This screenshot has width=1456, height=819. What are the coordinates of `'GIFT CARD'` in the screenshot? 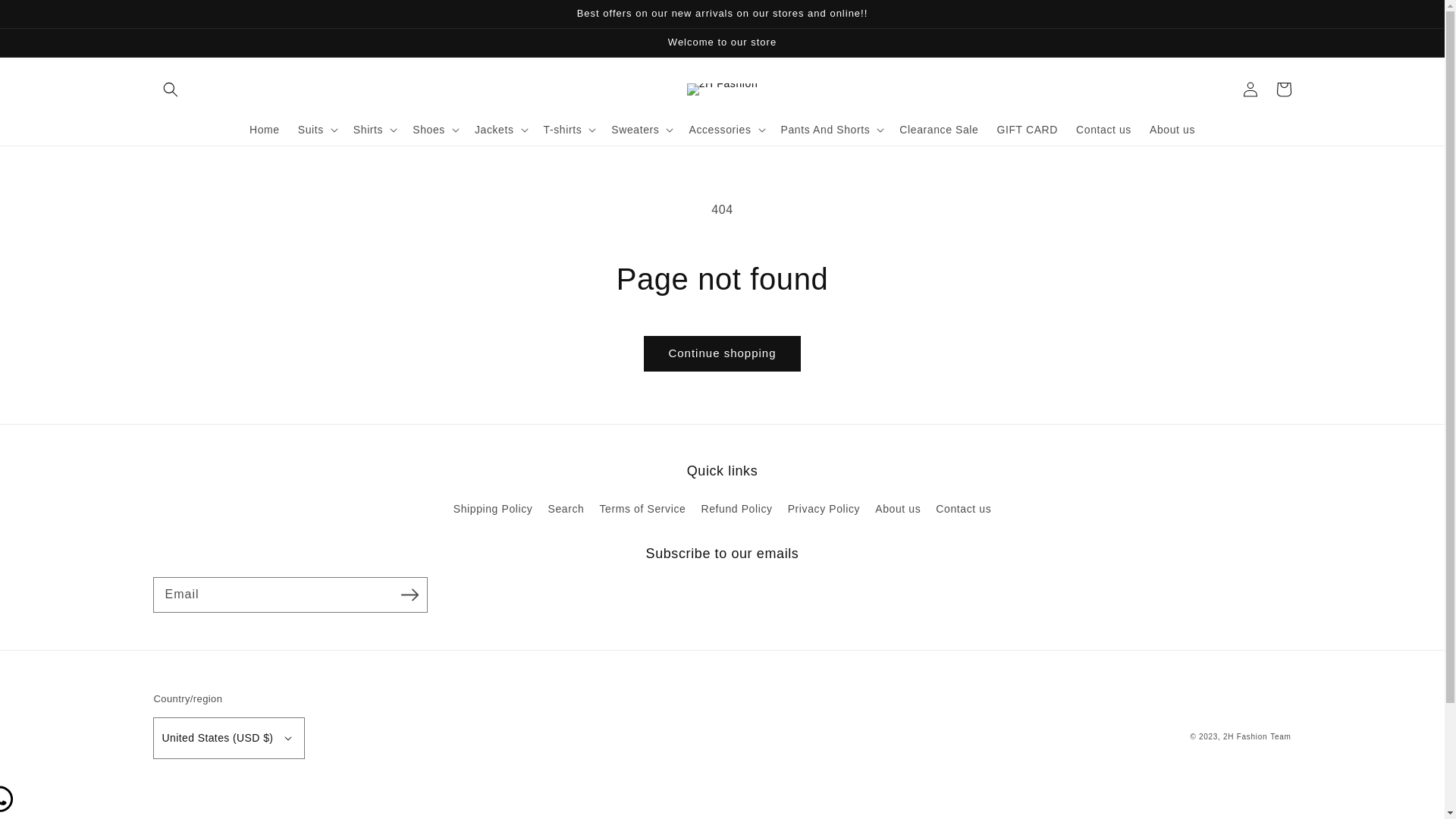 It's located at (987, 128).